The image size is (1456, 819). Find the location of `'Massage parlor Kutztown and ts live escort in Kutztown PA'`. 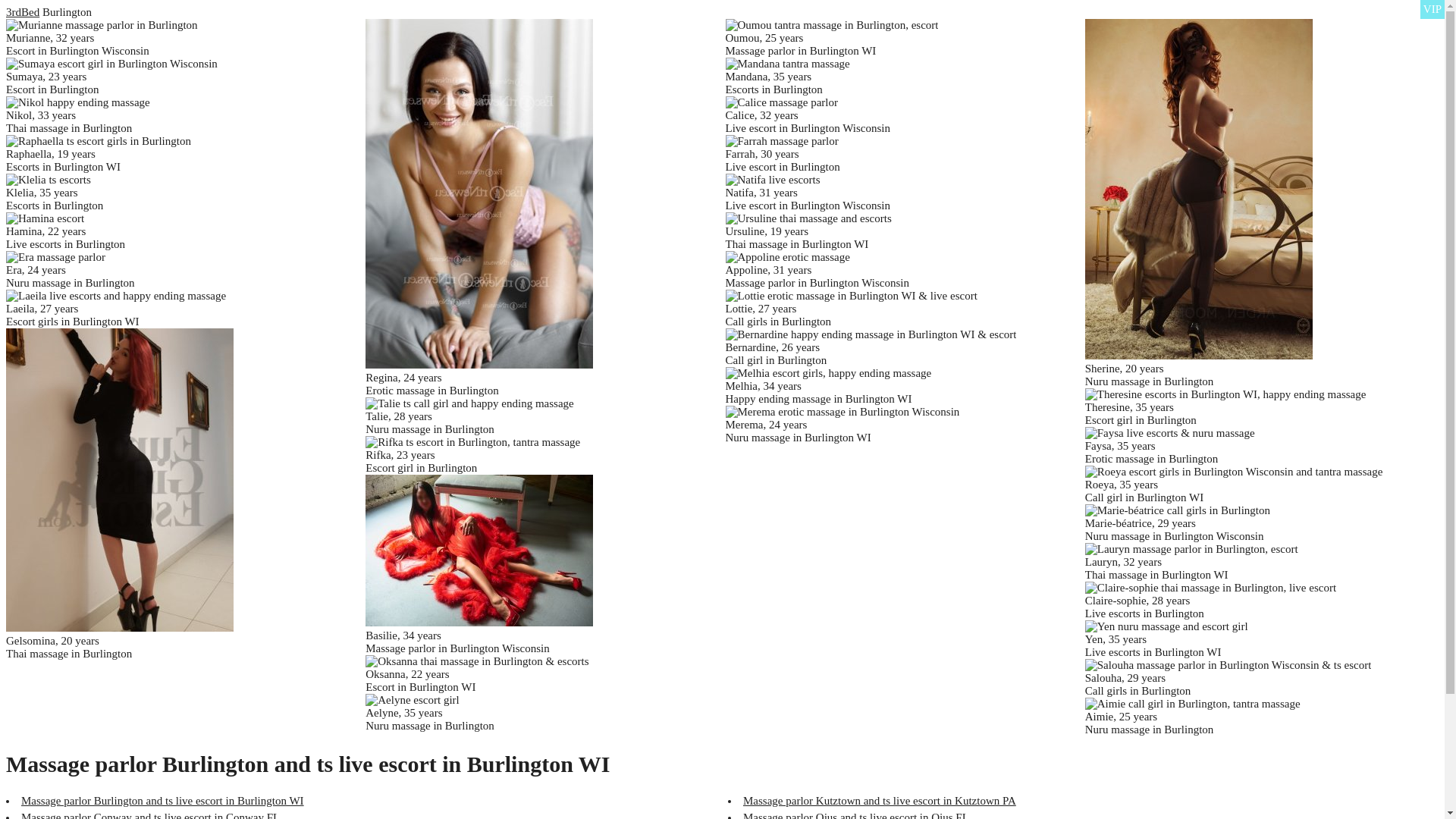

'Massage parlor Kutztown and ts live escort in Kutztown PA' is located at coordinates (880, 800).